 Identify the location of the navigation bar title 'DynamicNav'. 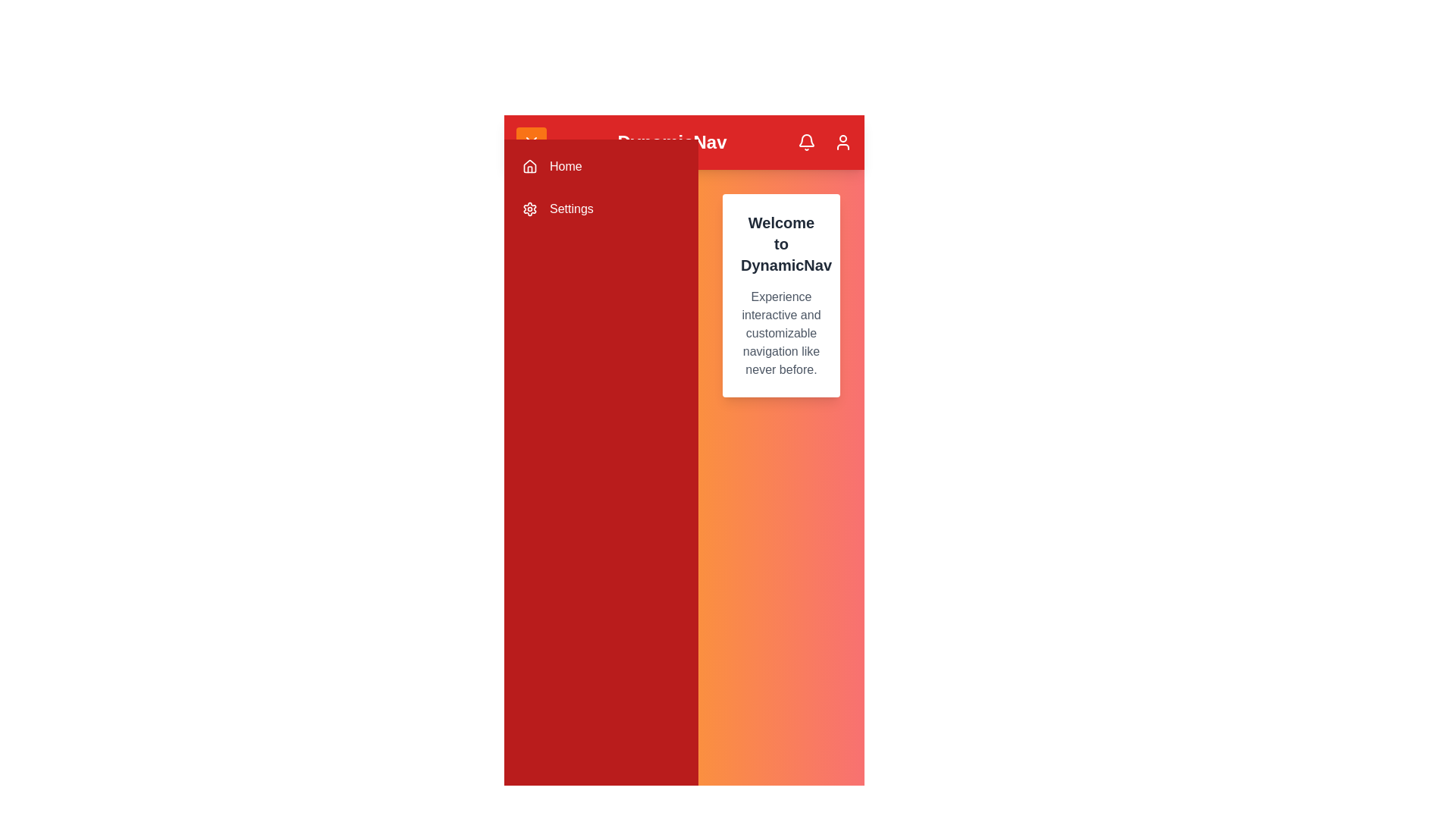
(671, 143).